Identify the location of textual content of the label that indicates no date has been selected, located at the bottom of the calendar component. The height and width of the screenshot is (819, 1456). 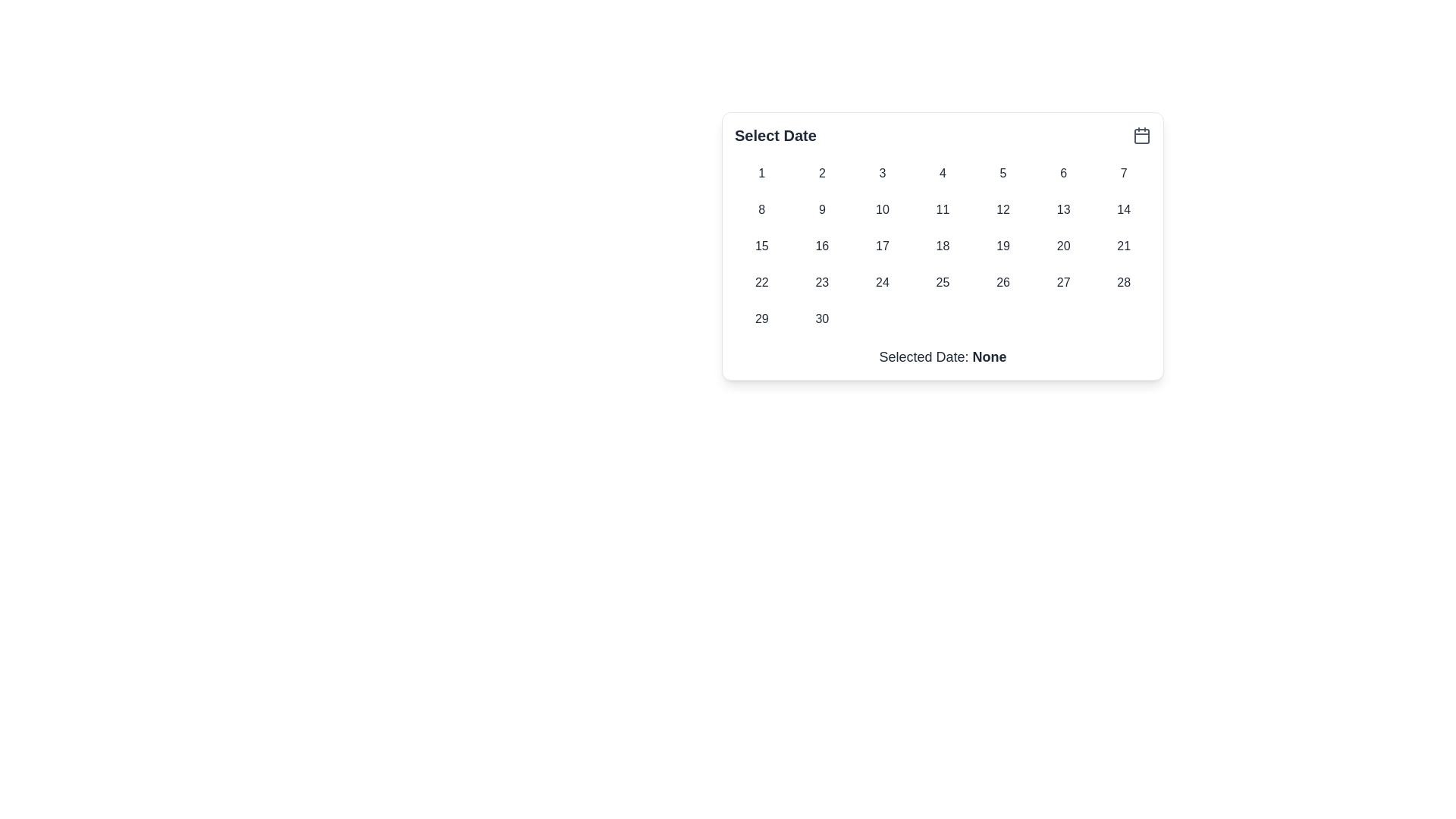
(942, 356).